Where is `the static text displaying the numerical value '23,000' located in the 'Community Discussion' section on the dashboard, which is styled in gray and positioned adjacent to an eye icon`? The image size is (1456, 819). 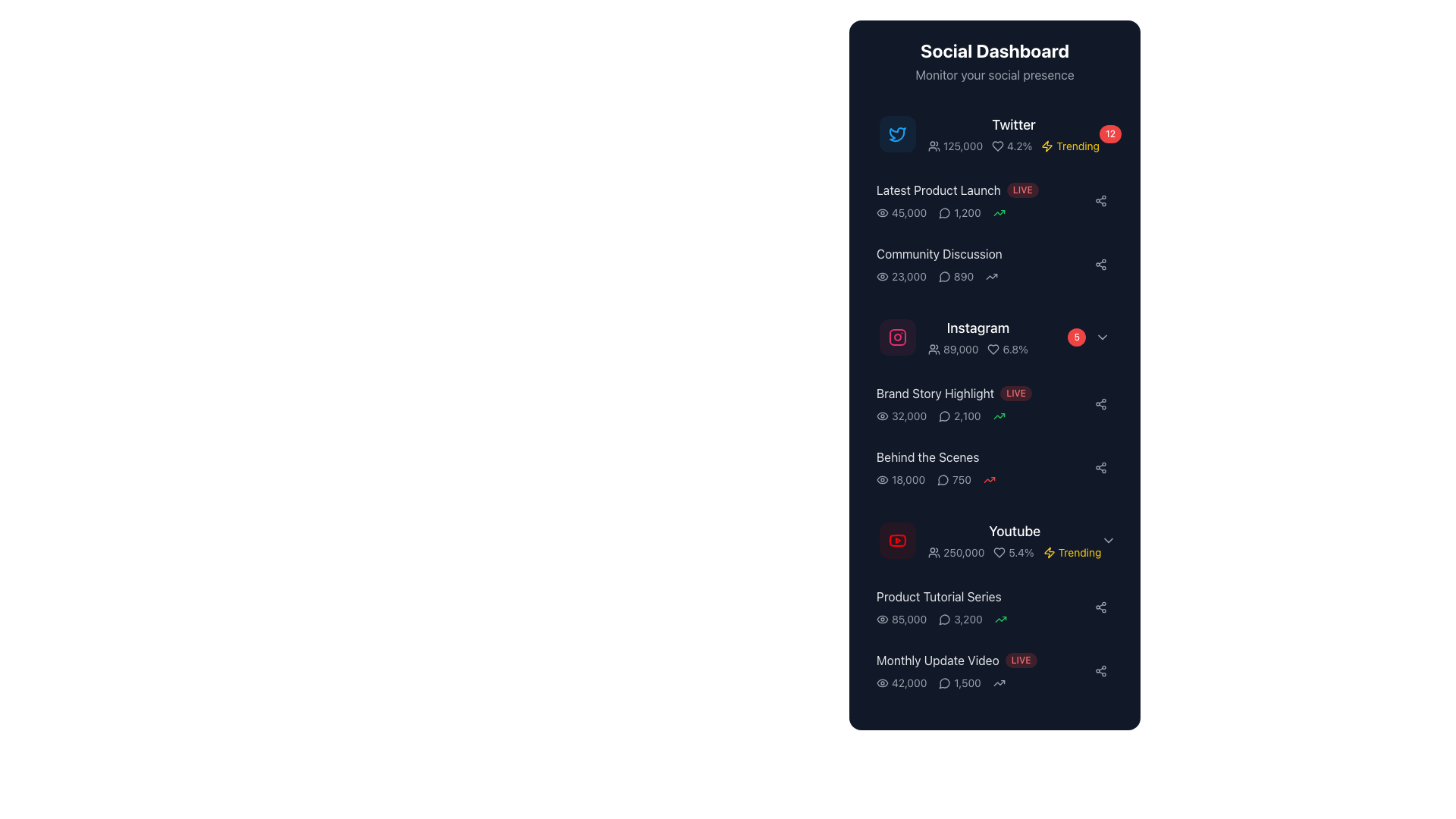 the static text displaying the numerical value '23,000' located in the 'Community Discussion' section on the dashboard, which is styled in gray and positioned adjacent to an eye icon is located at coordinates (901, 277).